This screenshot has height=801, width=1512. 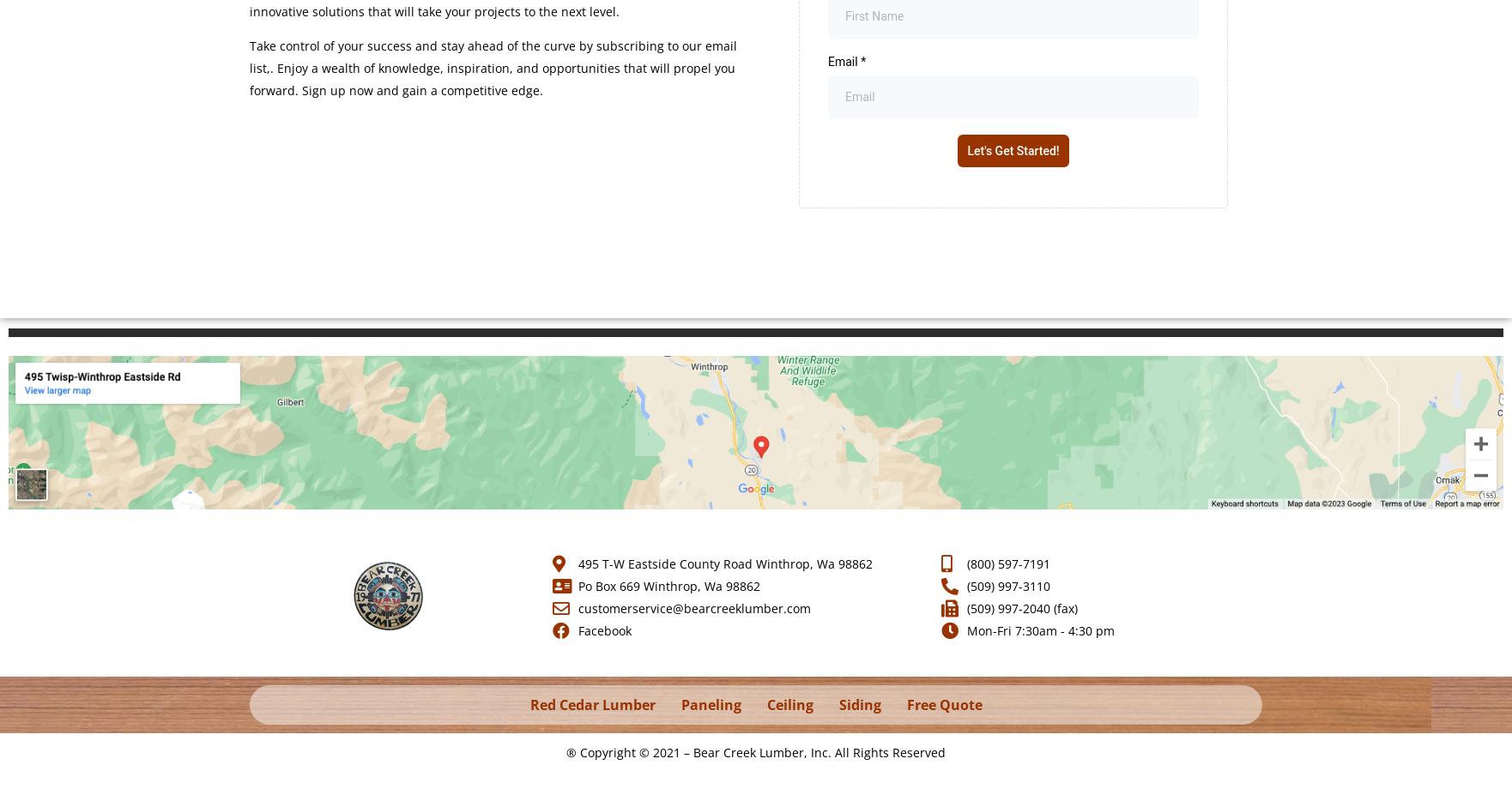 What do you see at coordinates (944, 703) in the screenshot?
I see `'Free Quote'` at bounding box center [944, 703].